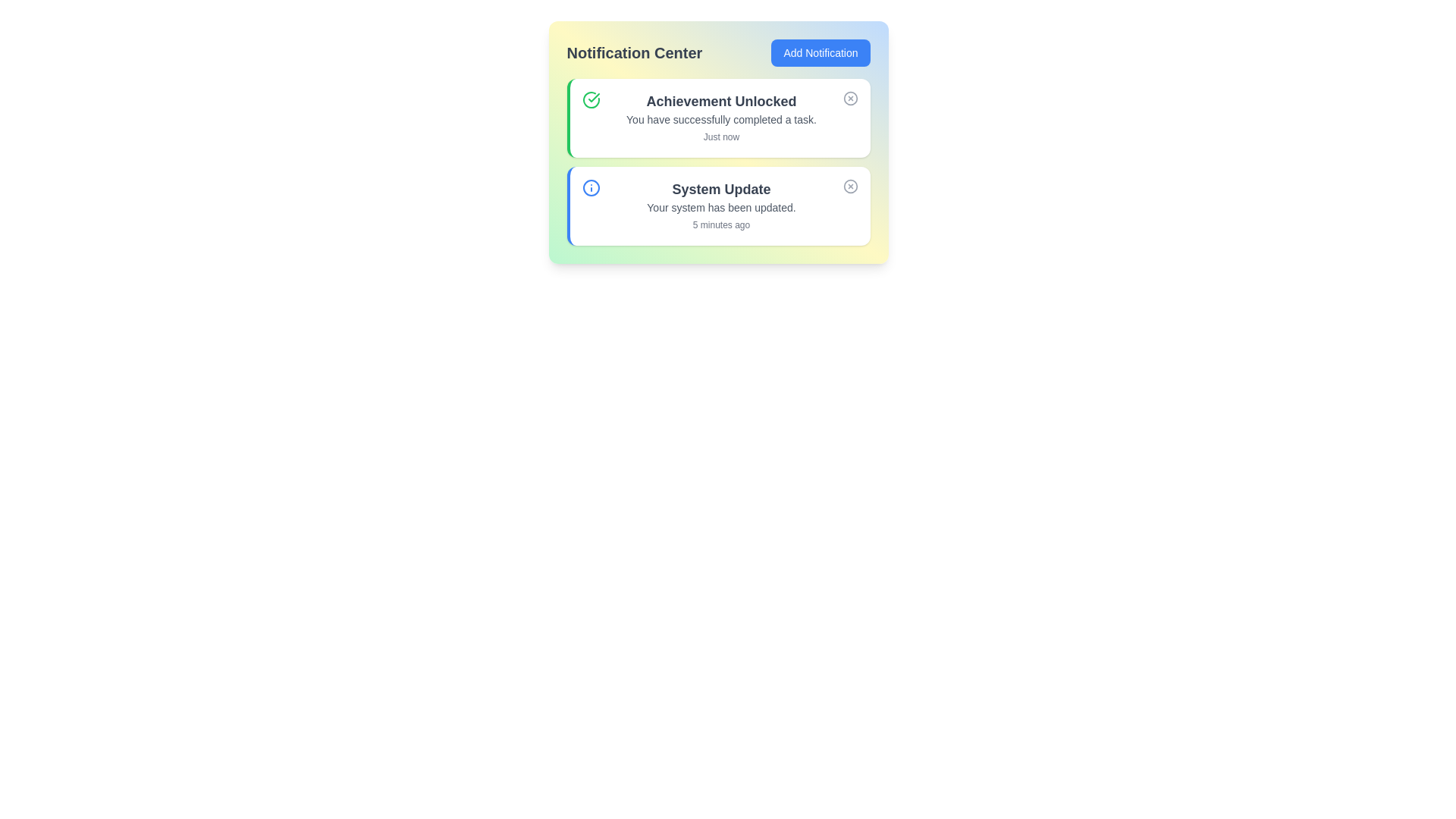 Image resolution: width=1456 pixels, height=819 pixels. What do you see at coordinates (720, 119) in the screenshot?
I see `the text label displaying the message 'You have successfully completed a task.' which is positioned underneath the title 'Achievement Unlocked' and above the timestamp 'Just now.'` at bounding box center [720, 119].